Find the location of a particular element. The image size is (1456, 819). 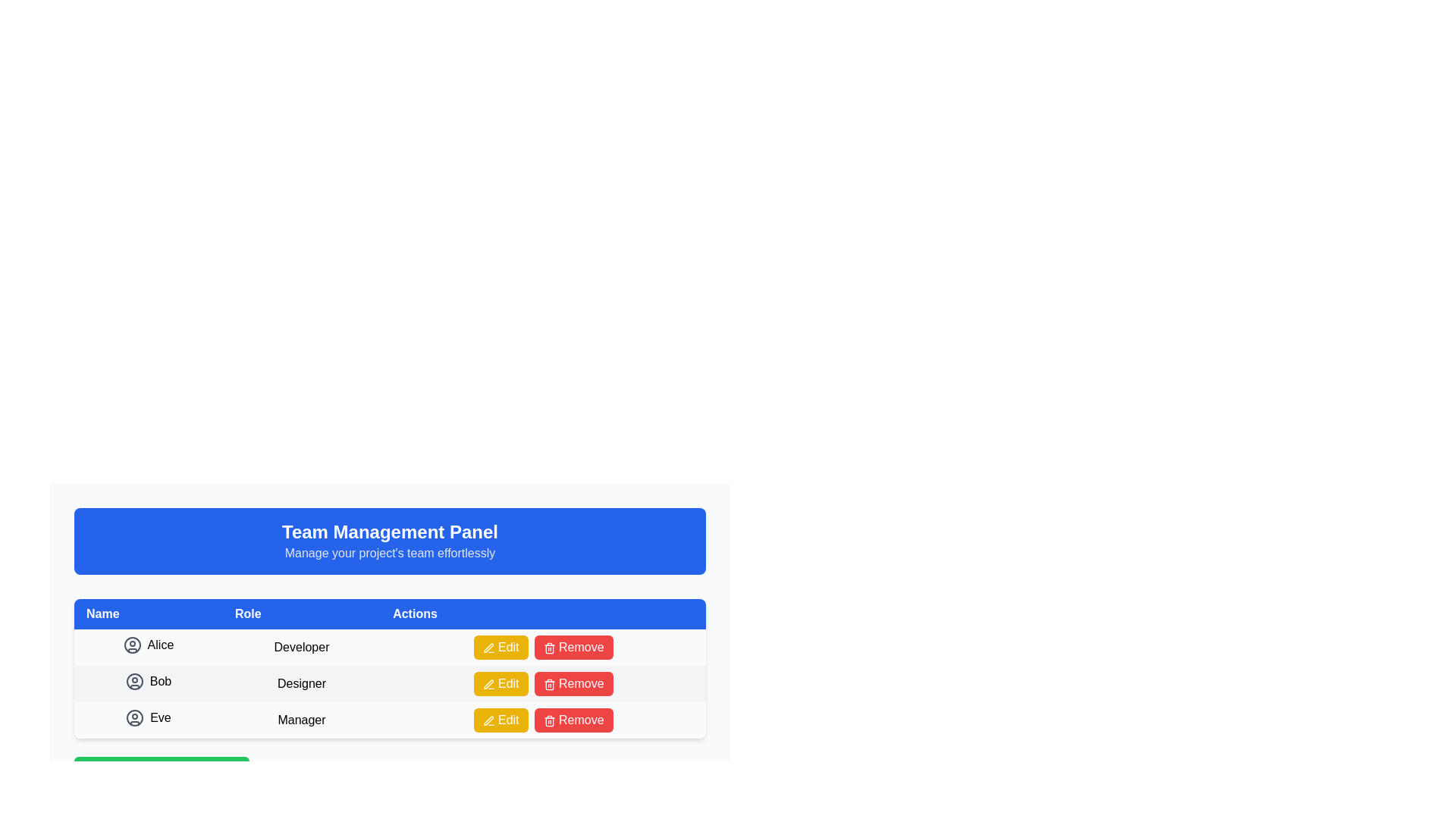

the first row item in the Team Management Panel that displays the name 'Alice' and contains interactive buttons is located at coordinates (390, 647).